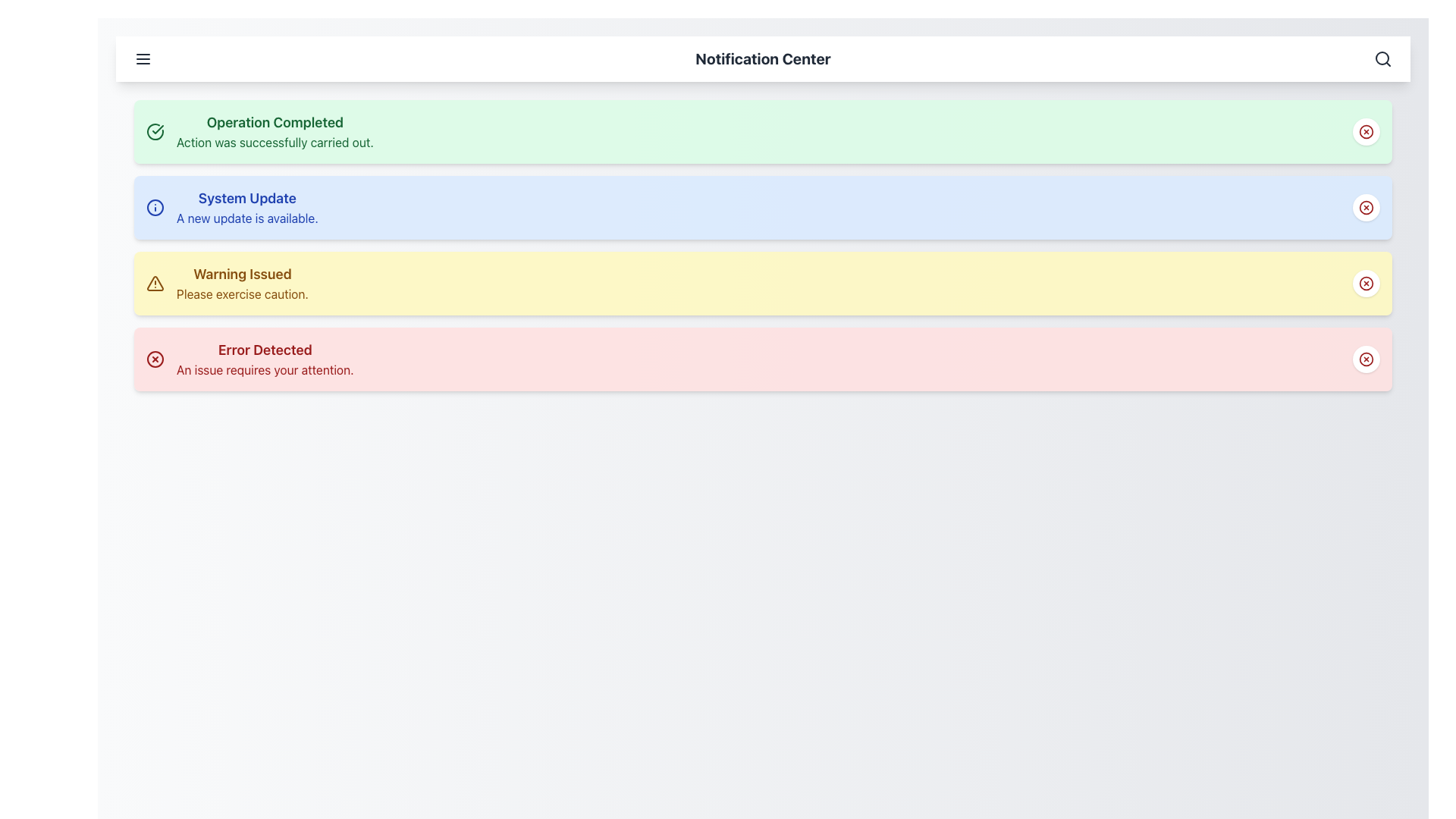  I want to click on the dismiss button located at the far-right end of the 'System Update' notification entry, so click(1366, 207).